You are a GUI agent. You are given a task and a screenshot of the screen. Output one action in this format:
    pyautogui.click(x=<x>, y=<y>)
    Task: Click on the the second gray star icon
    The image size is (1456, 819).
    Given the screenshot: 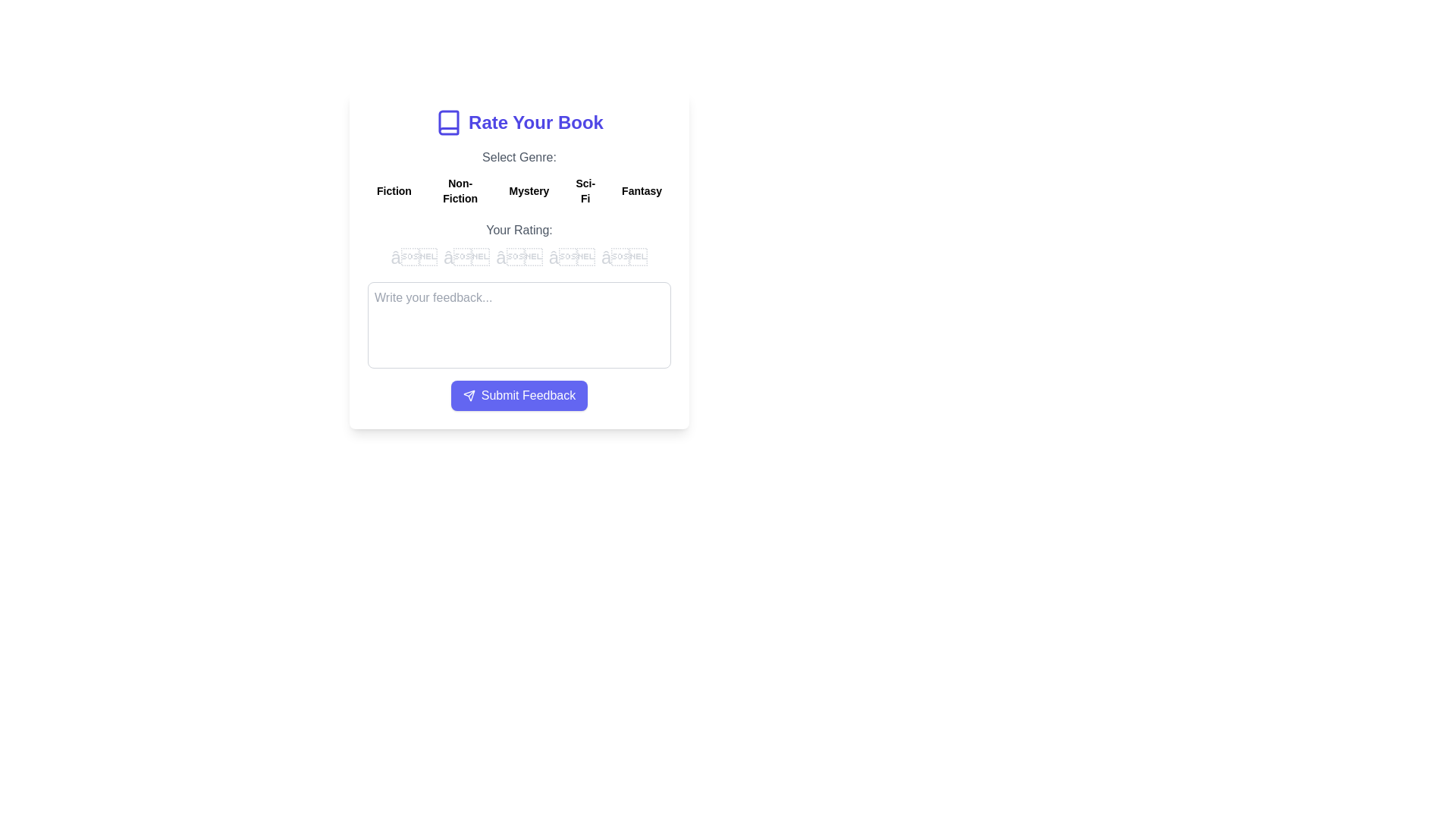 What is the action you would take?
    pyautogui.click(x=466, y=256)
    